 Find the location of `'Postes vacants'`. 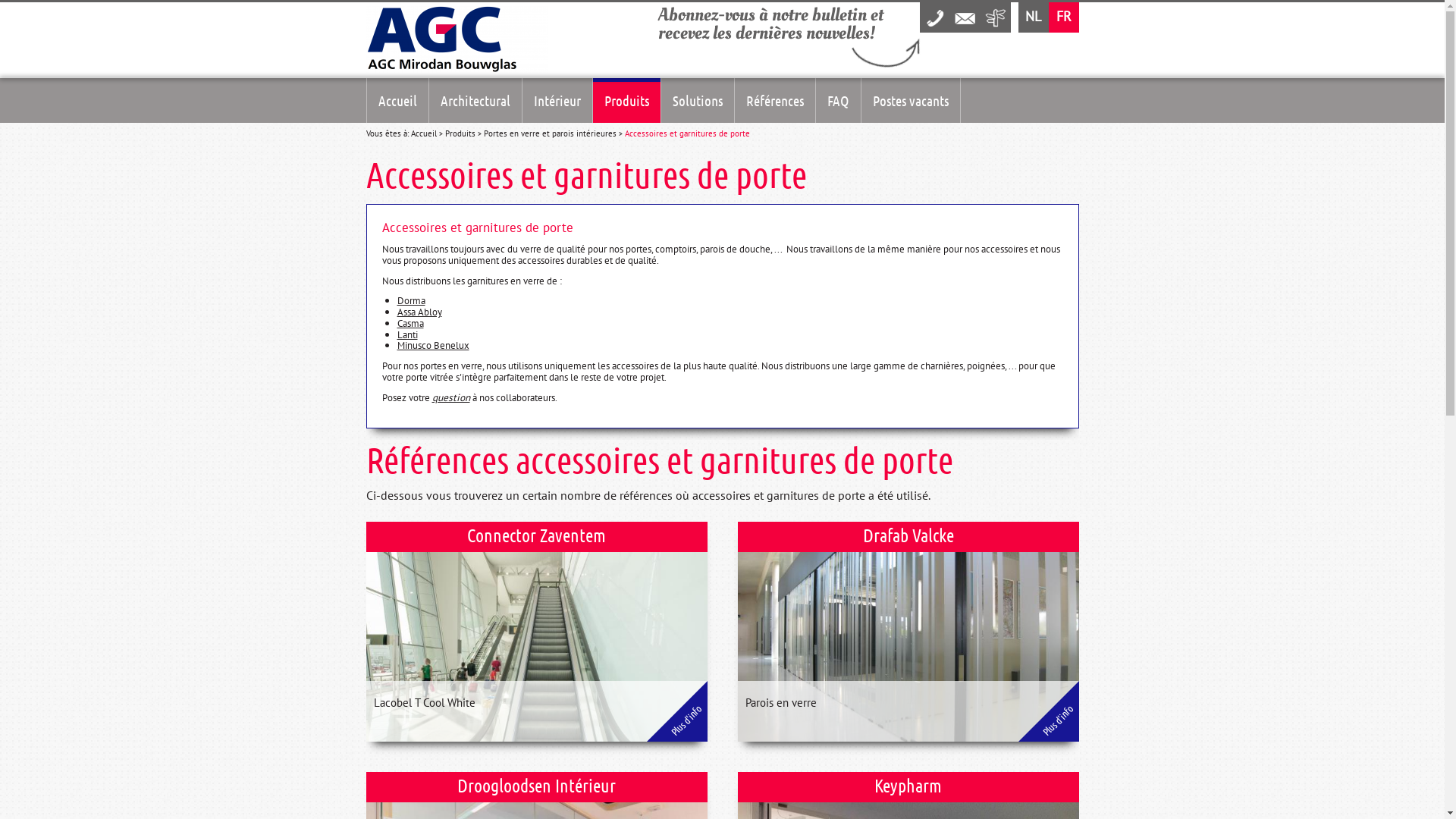

'Postes vacants' is located at coordinates (910, 100).